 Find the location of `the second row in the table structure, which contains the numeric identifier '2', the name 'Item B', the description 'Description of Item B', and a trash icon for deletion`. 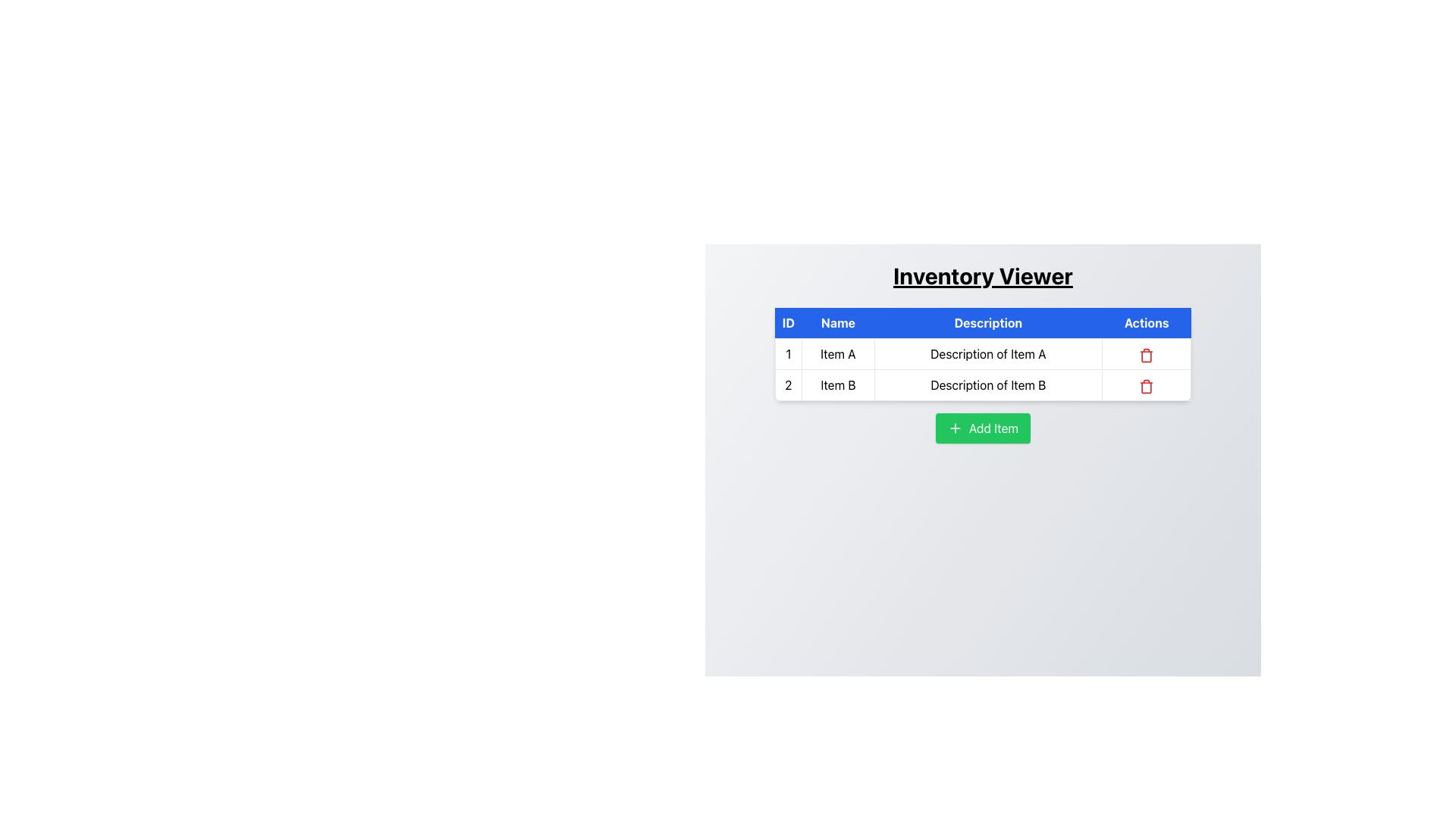

the second row in the table structure, which contains the numeric identifier '2', the name 'Item B', the description 'Description of Item B', and a trash icon for deletion is located at coordinates (983, 384).